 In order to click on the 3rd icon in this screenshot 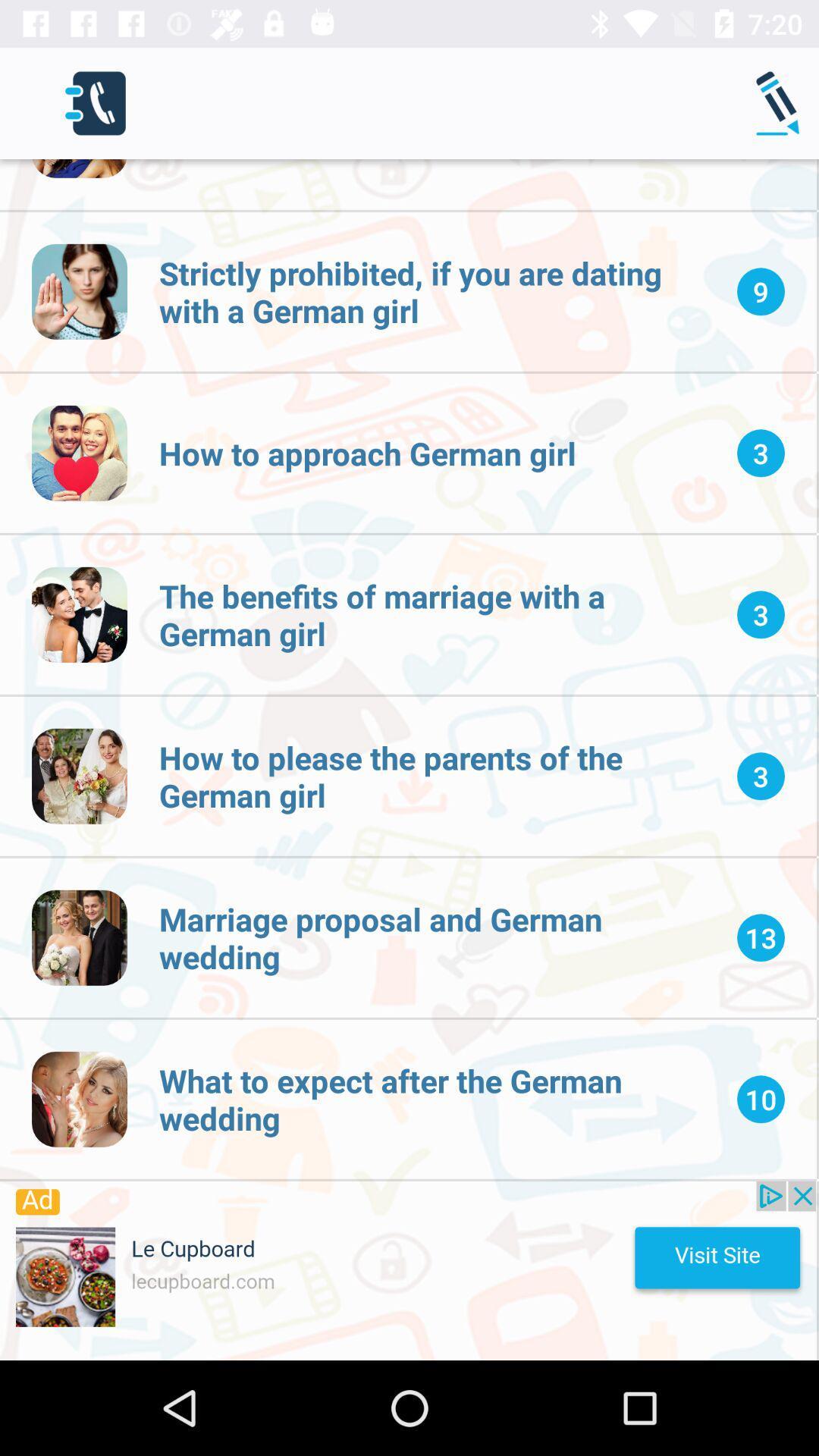, I will do `click(79, 453)`.